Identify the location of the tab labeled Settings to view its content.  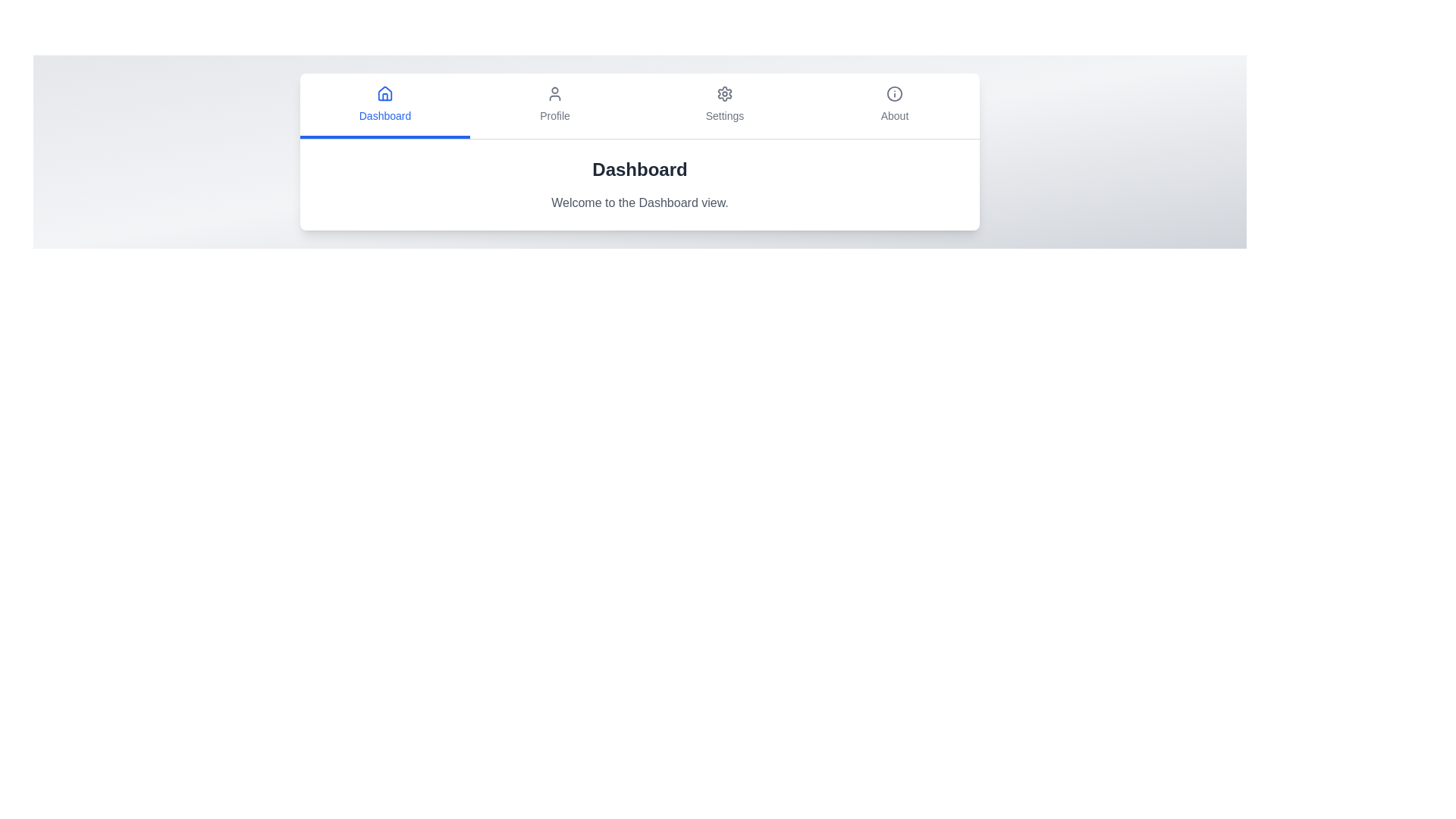
(723, 105).